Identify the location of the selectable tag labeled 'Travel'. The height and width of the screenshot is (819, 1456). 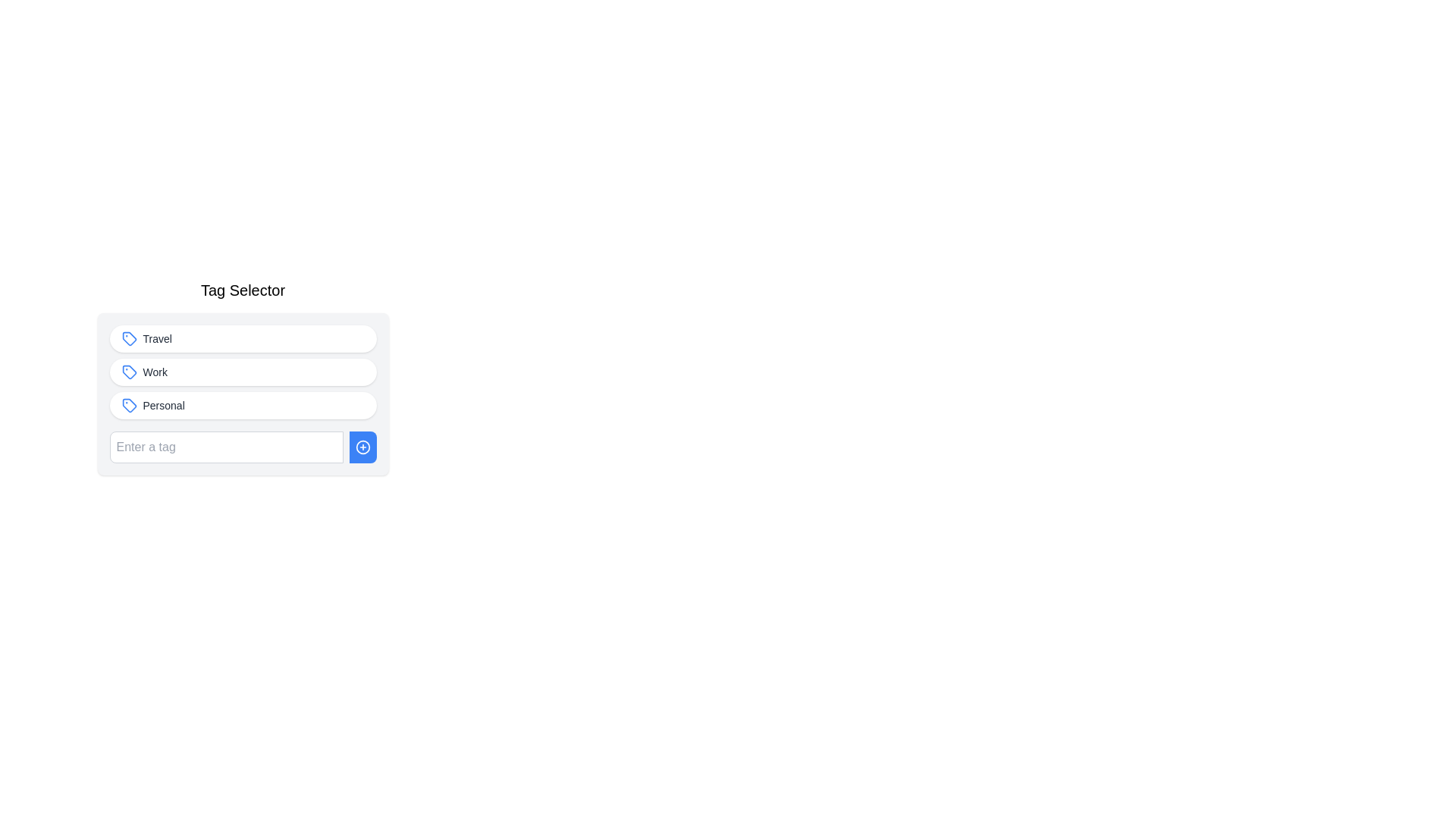
(243, 338).